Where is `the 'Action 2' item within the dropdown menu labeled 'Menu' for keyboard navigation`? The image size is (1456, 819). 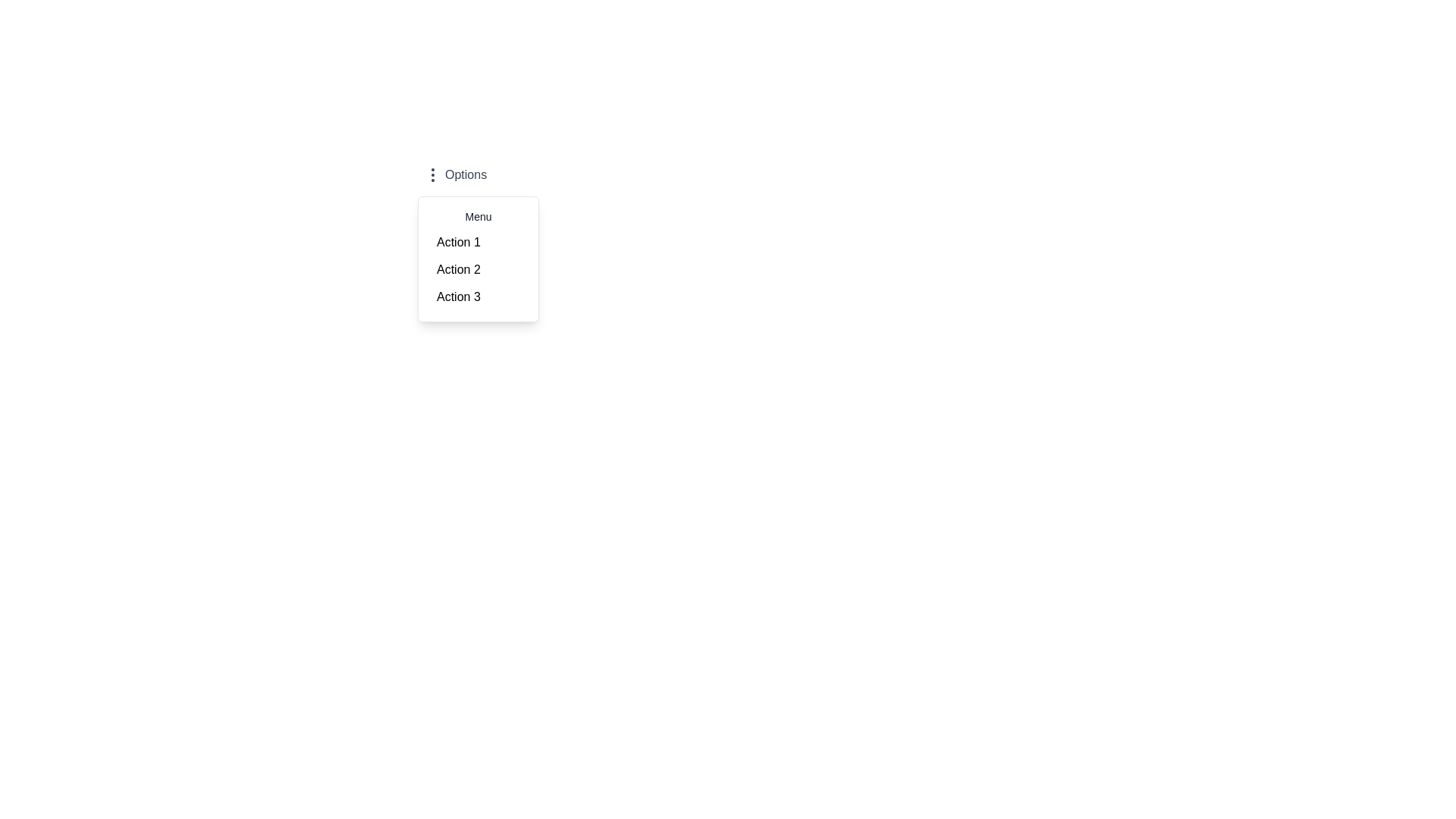 the 'Action 2' item within the dropdown menu labeled 'Menu' for keyboard navigation is located at coordinates (477, 259).